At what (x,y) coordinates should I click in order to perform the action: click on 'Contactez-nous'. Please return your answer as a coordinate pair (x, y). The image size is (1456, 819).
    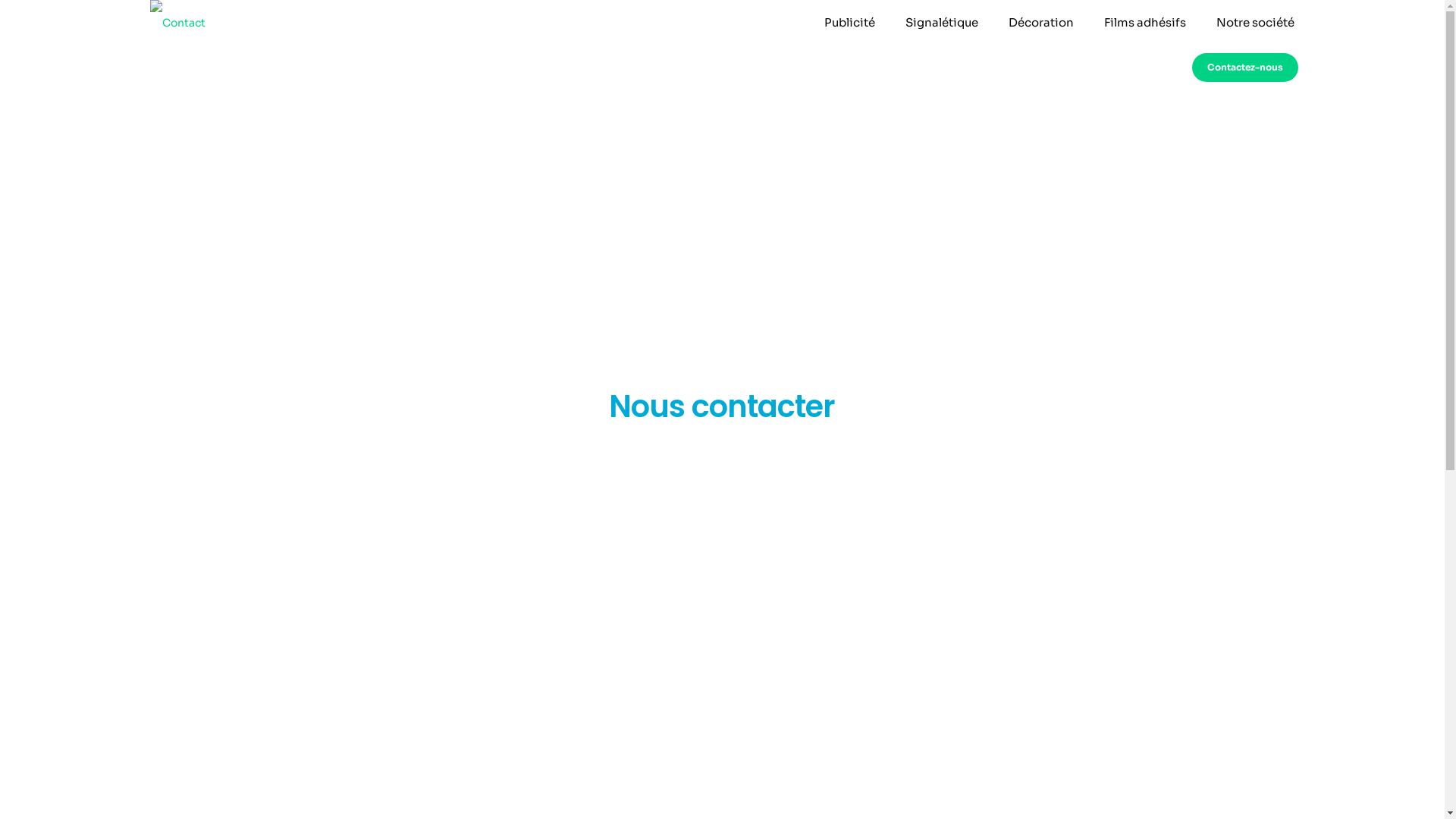
    Looking at the image, I should click on (1244, 66).